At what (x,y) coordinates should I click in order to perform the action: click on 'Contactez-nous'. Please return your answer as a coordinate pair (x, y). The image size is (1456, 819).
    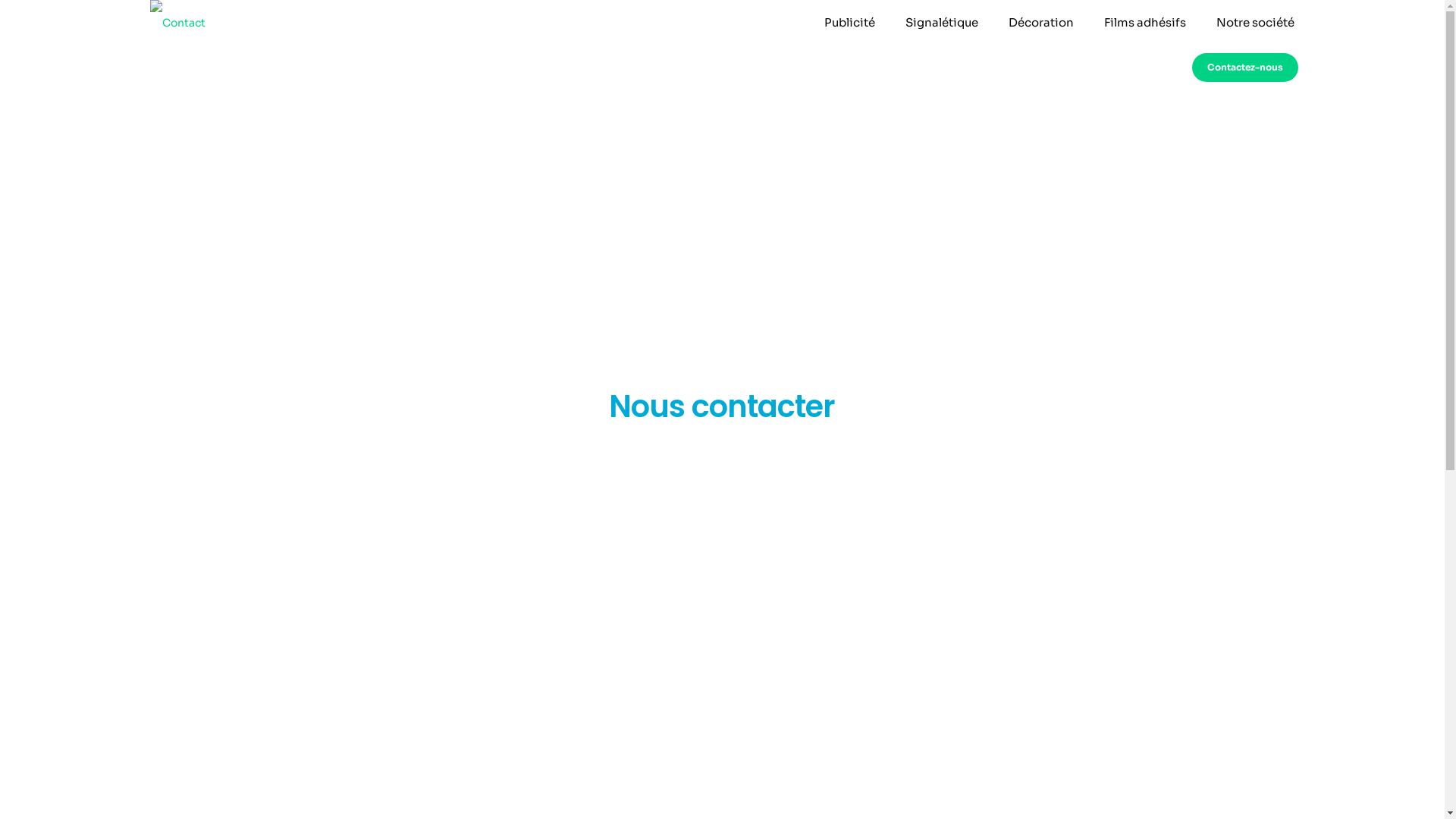
    Looking at the image, I should click on (1244, 66).